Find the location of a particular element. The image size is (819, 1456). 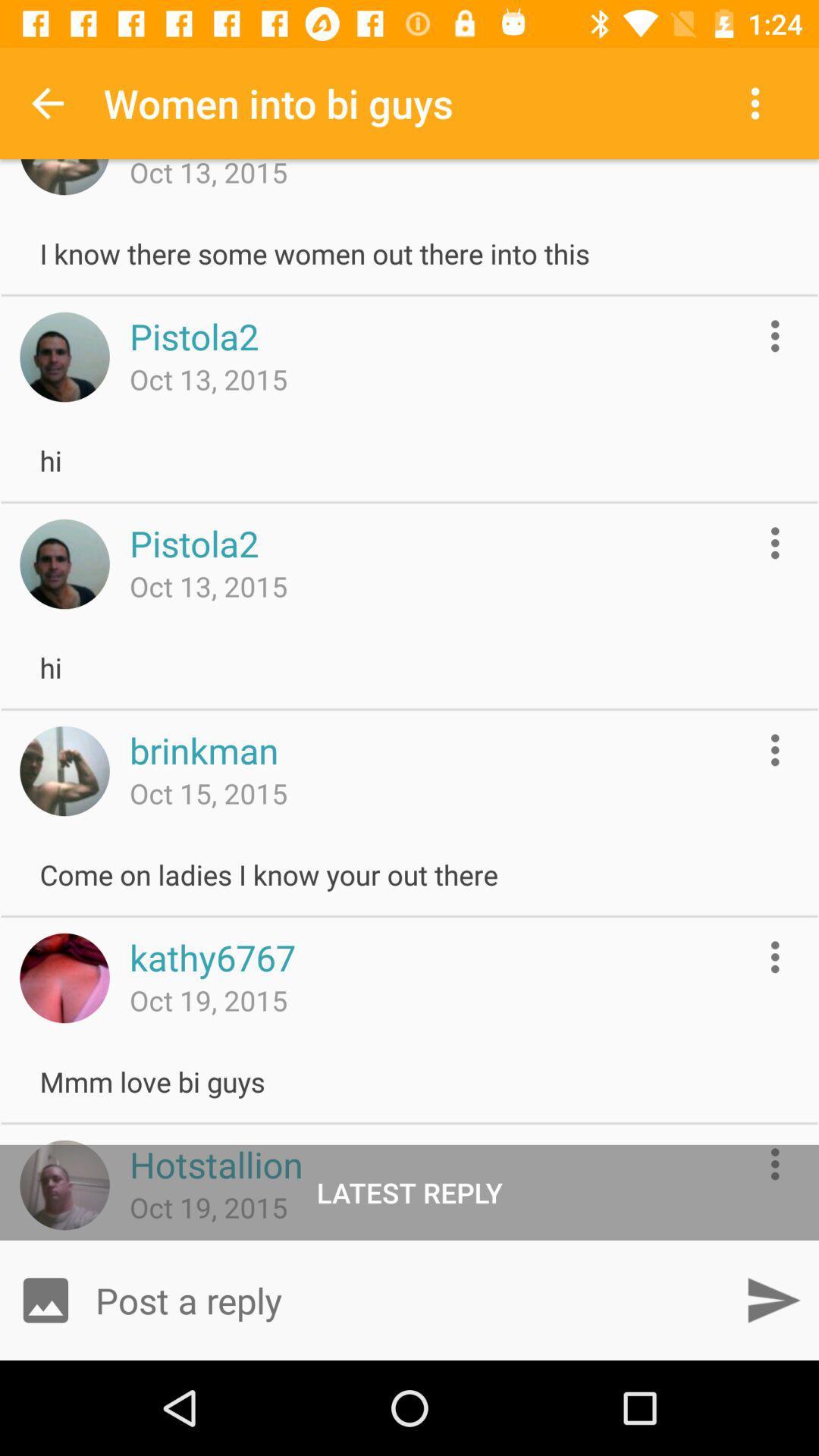

to the comment section and more option is located at coordinates (775, 543).